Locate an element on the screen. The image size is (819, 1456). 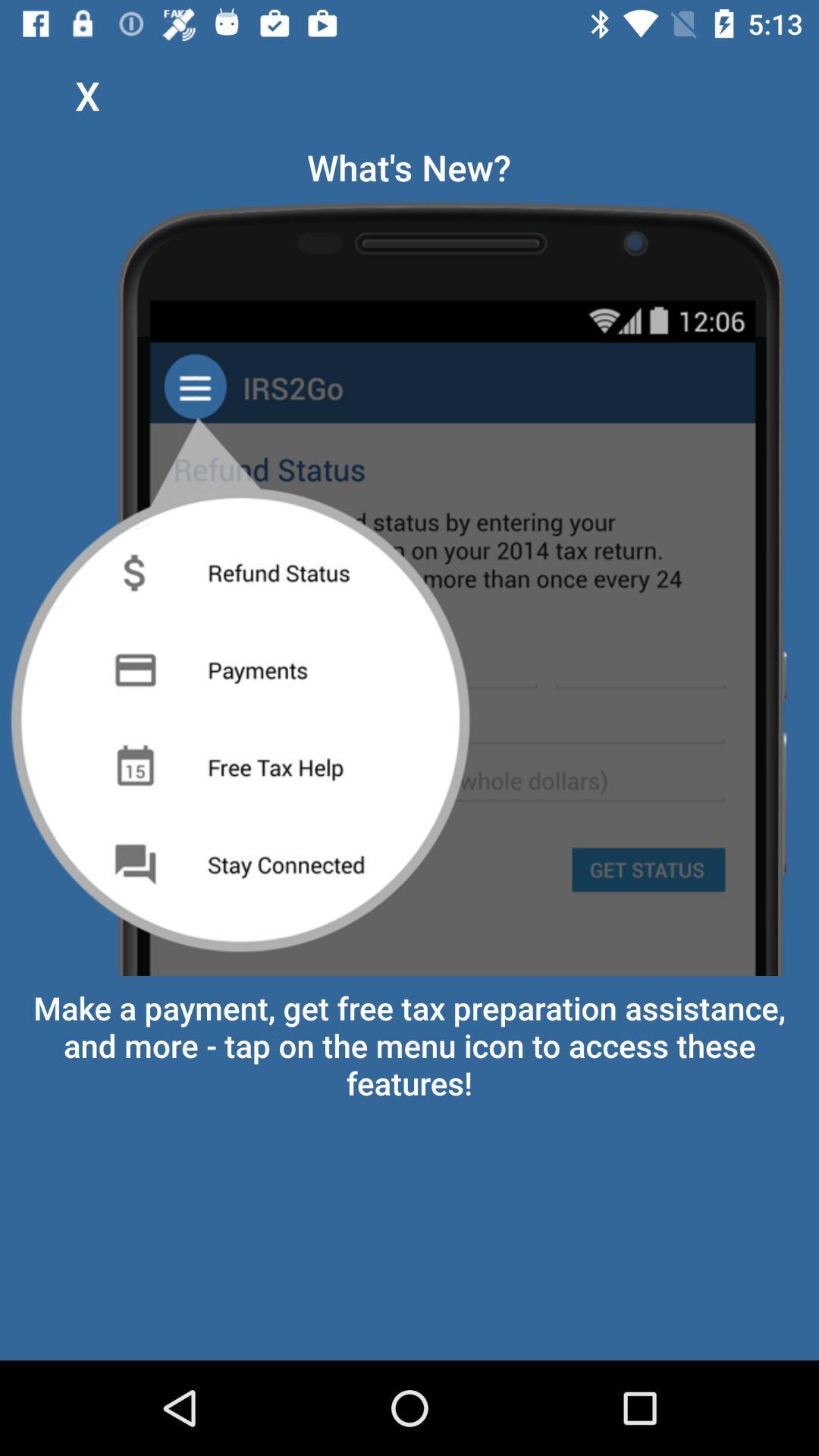
the item to the left of the what's new? icon is located at coordinates (87, 94).